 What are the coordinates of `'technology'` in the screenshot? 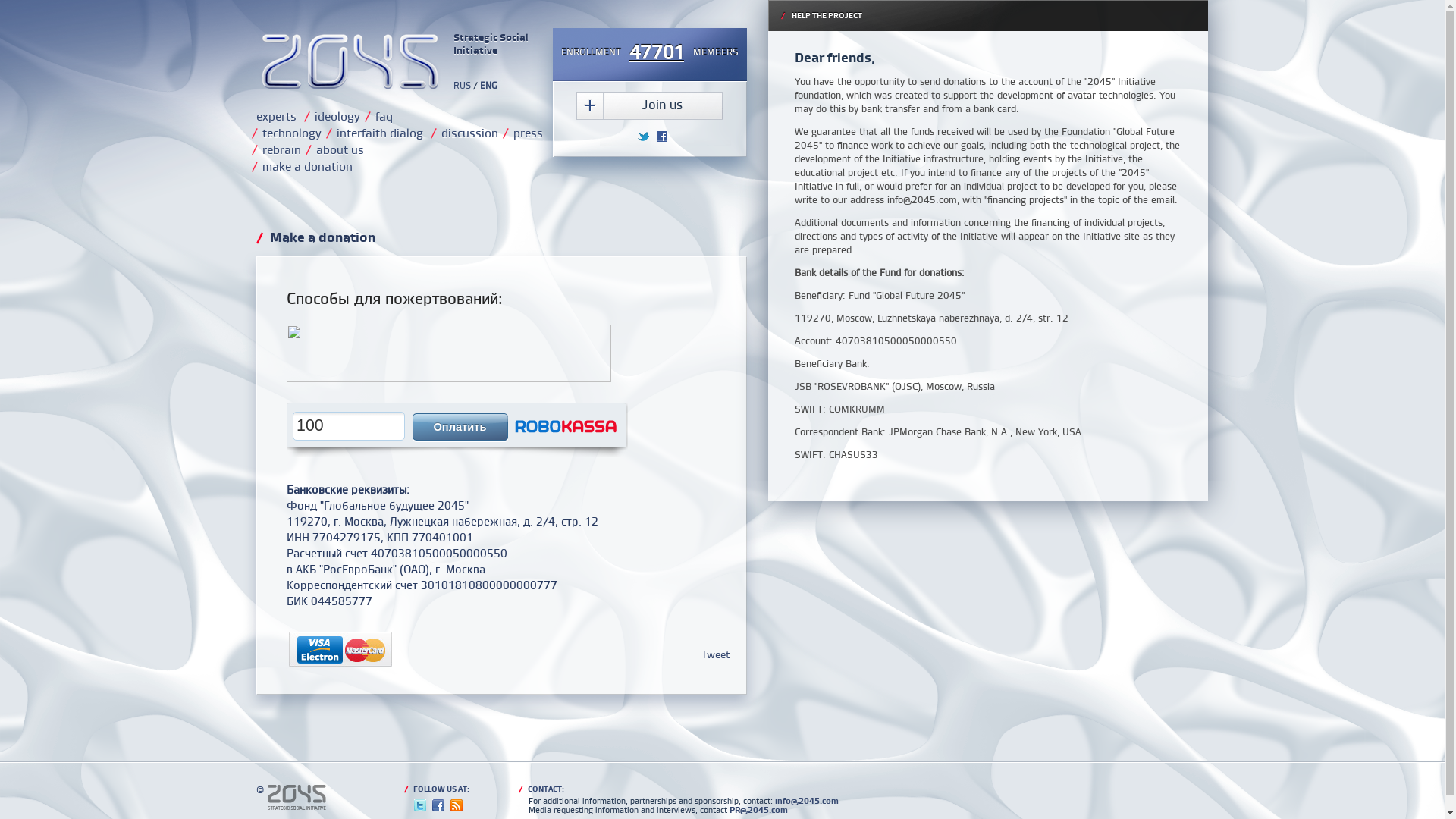 It's located at (291, 131).